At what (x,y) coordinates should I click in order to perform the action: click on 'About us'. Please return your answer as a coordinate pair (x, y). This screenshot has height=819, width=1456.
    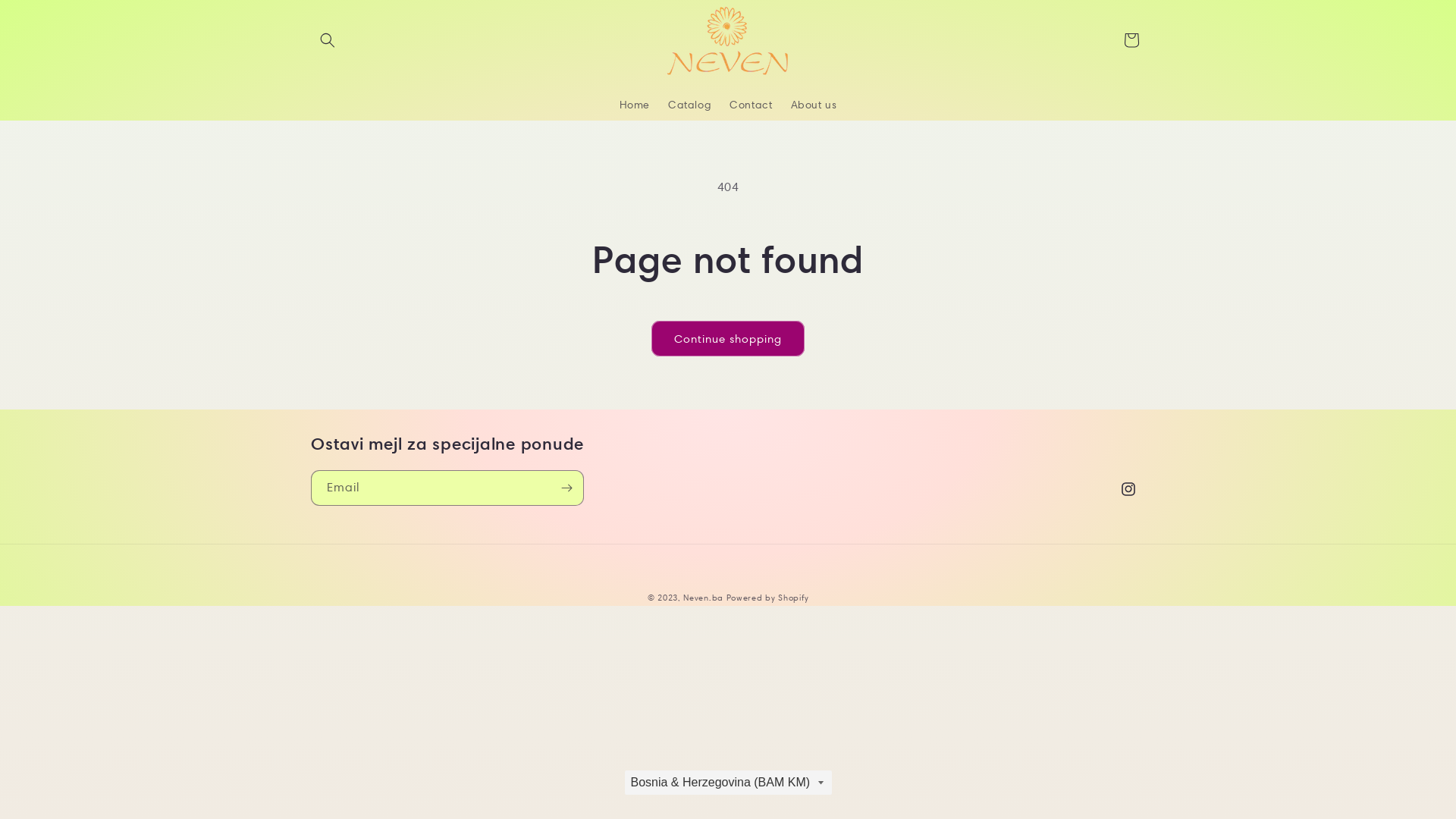
    Looking at the image, I should click on (812, 103).